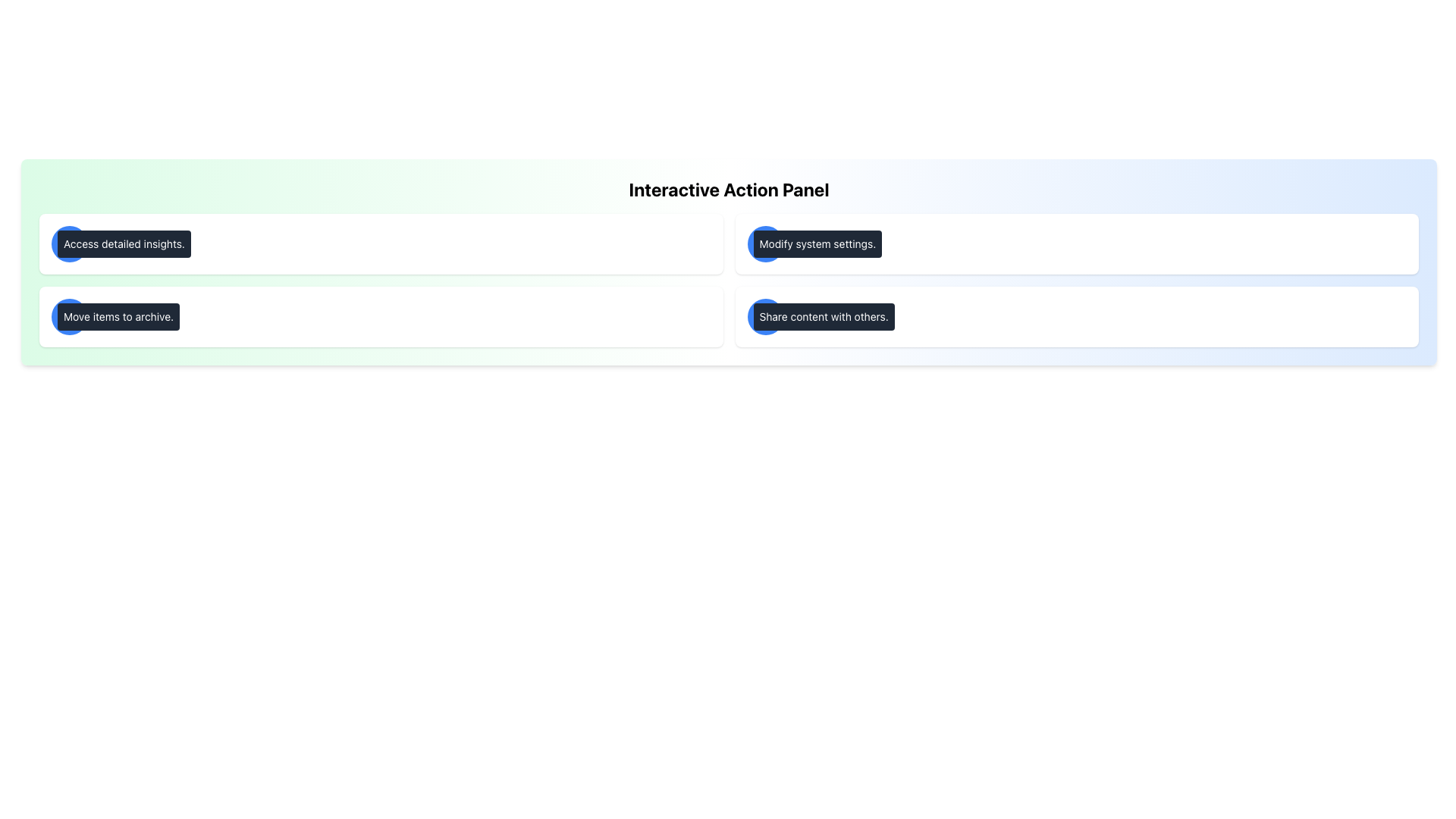 This screenshot has width=1456, height=819. What do you see at coordinates (124, 243) in the screenshot?
I see `the dark gray rectangular button labeled 'Access detailed insights.' with rounded corners and a subtle 3D effect, located within a white card at the top-left corner of the interface` at bounding box center [124, 243].